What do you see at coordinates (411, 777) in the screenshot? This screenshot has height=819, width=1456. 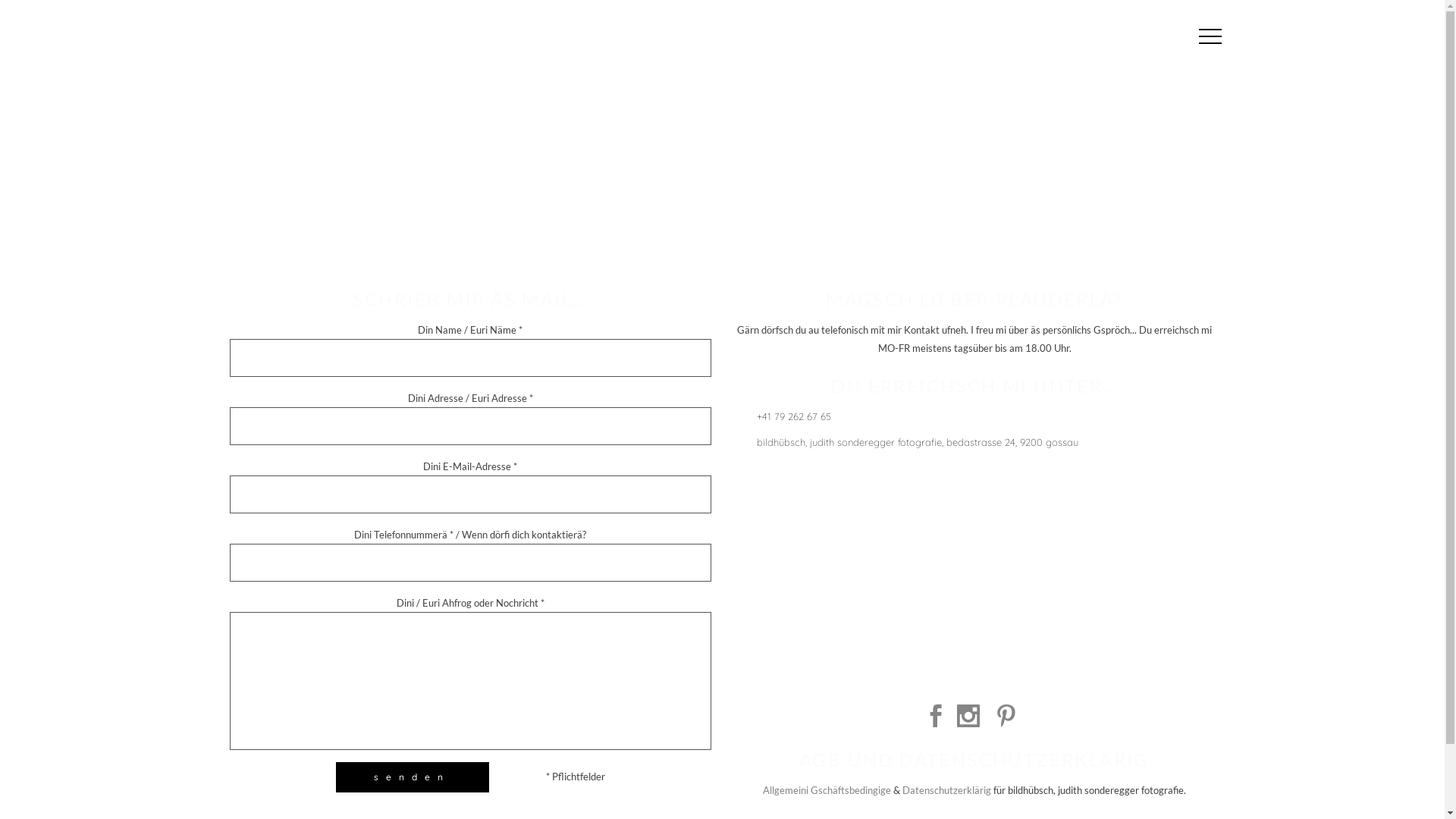 I see `'senden'` at bounding box center [411, 777].